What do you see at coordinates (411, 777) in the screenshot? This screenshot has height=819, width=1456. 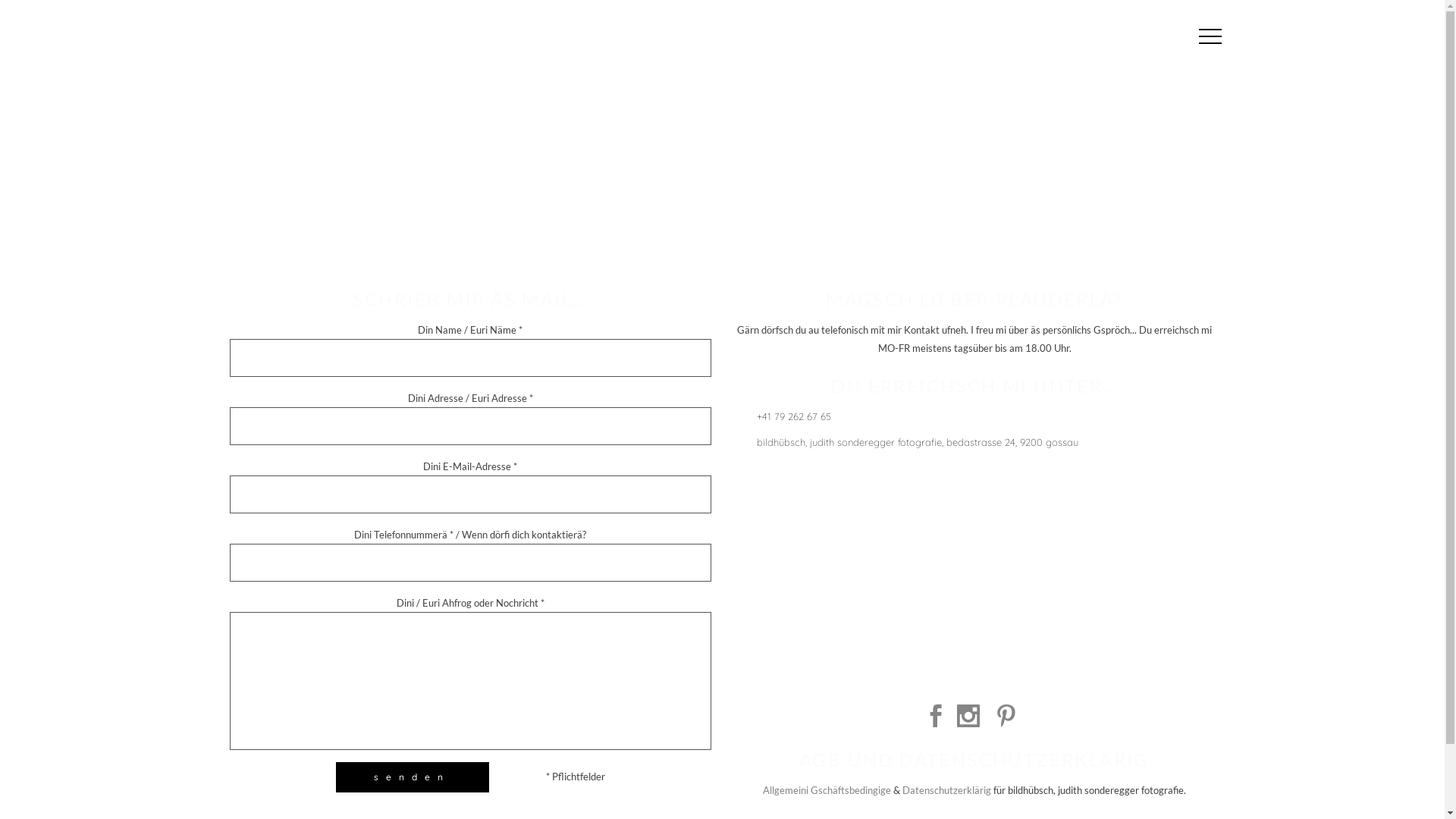 I see `'senden'` at bounding box center [411, 777].